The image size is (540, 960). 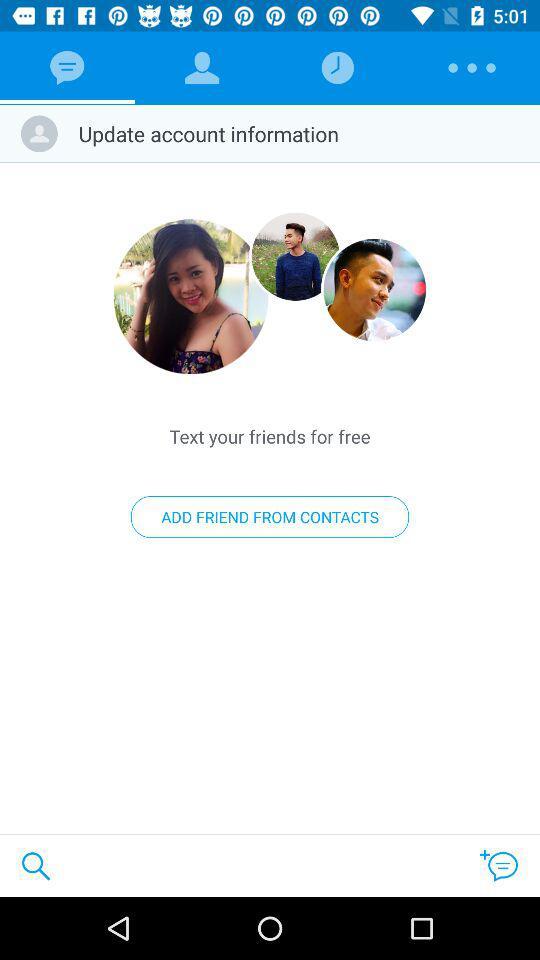 I want to click on friend from contact, so click(x=294, y=255).